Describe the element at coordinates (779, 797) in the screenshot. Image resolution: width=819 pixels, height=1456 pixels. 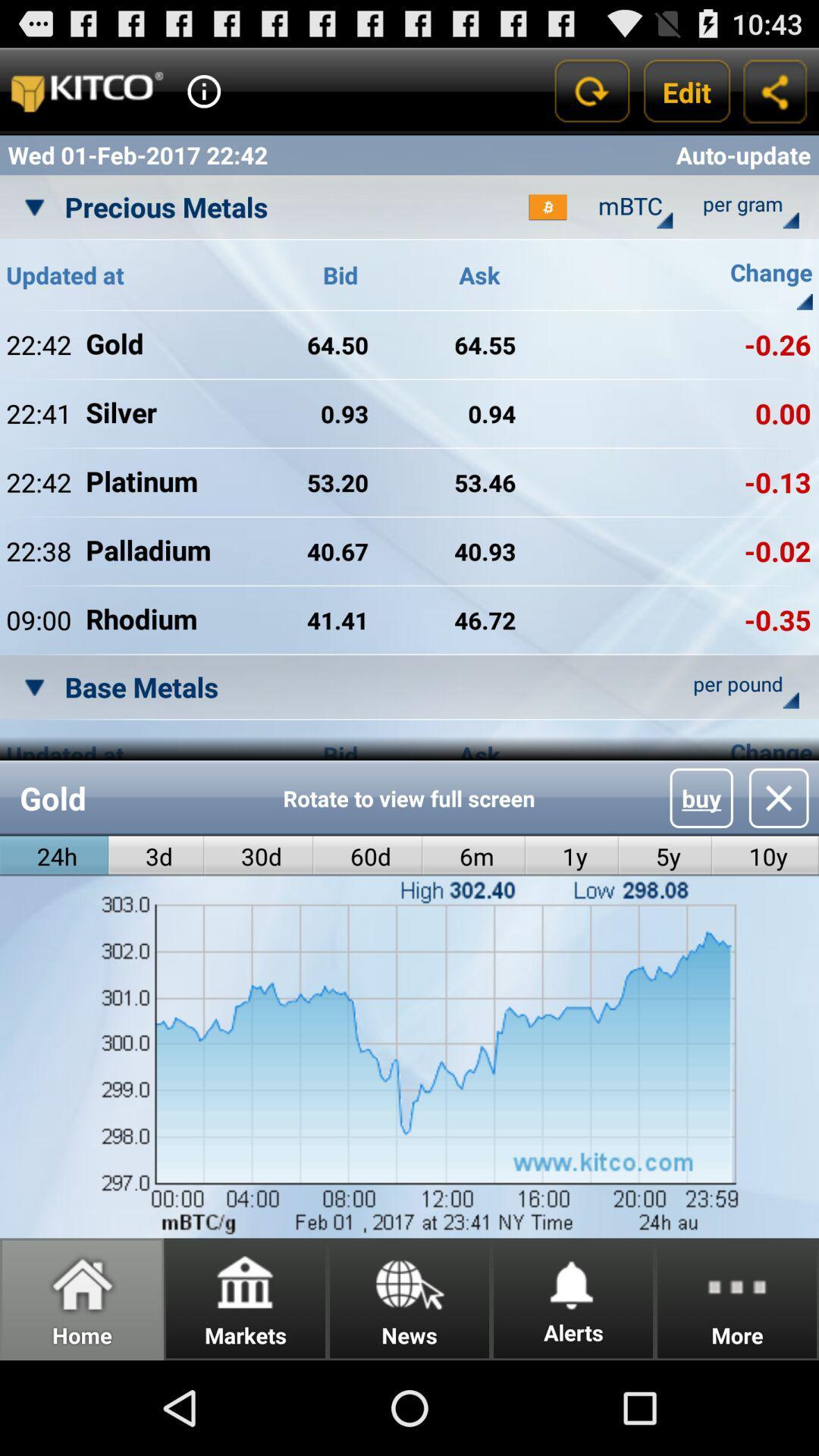
I see `delete window` at that location.